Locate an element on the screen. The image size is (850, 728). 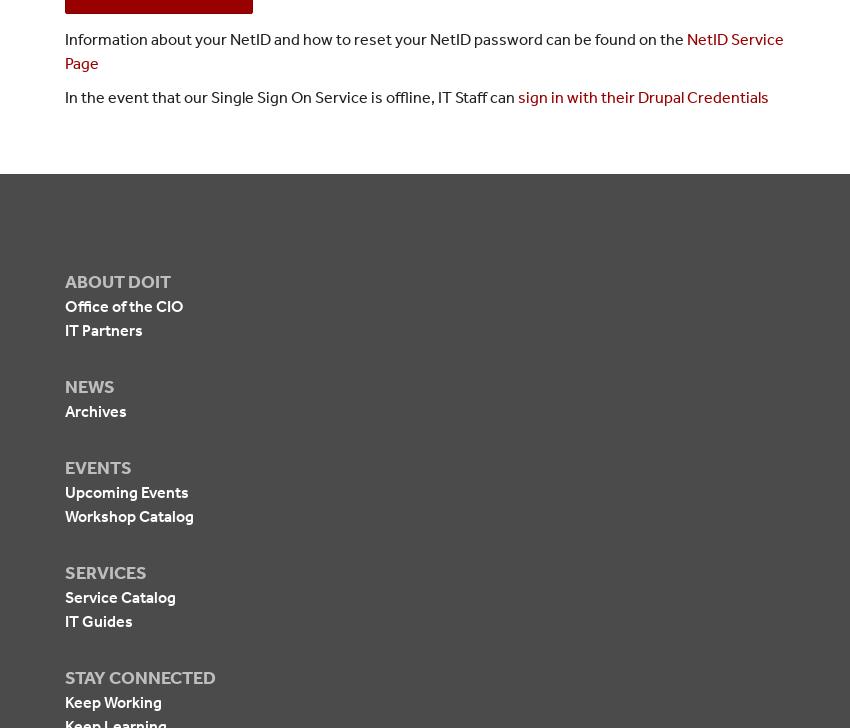
'Archives' is located at coordinates (94, 410).